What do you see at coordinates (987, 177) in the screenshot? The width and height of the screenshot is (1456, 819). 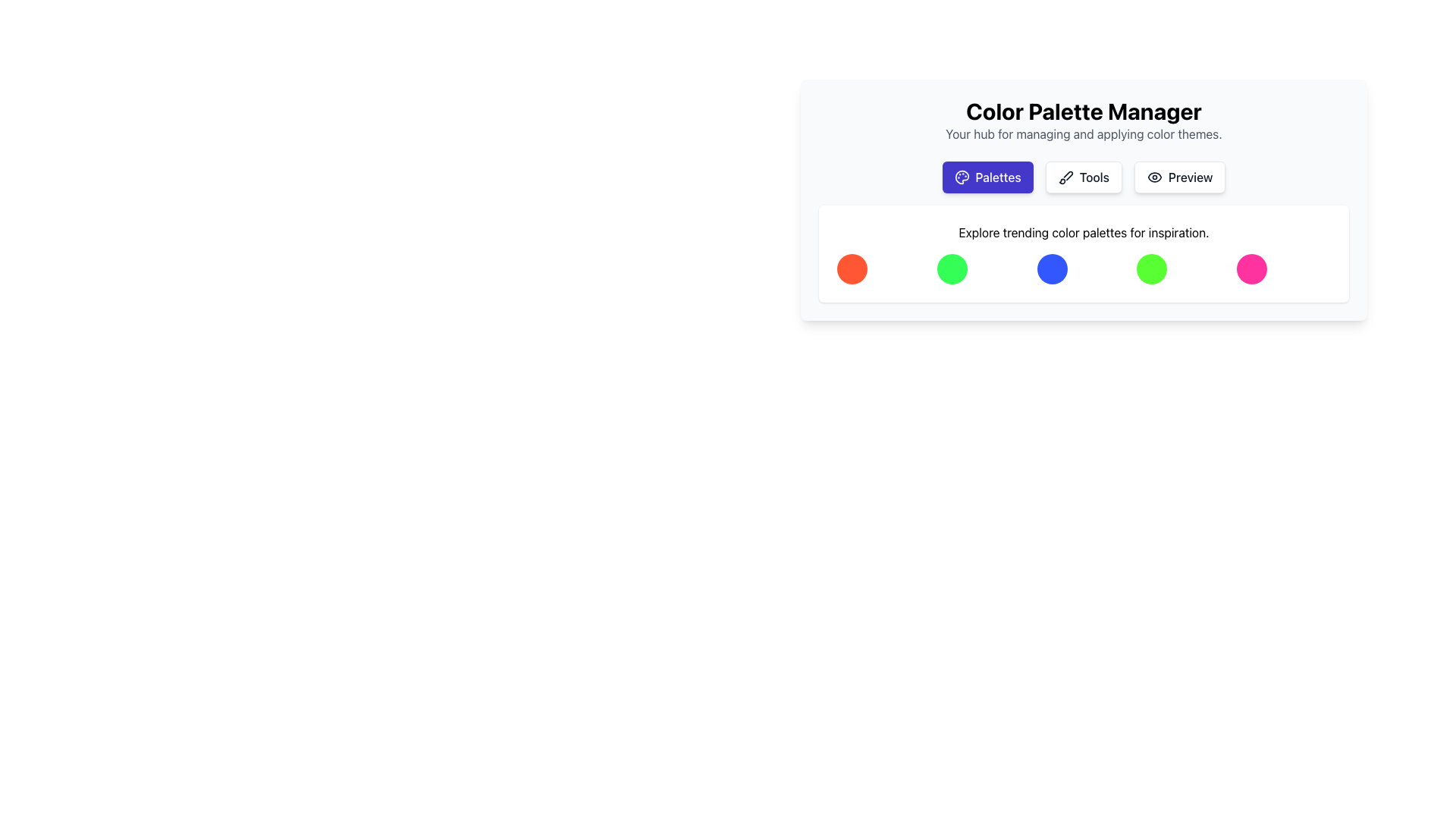 I see `the first button in the Color Palette Manager section that allows users to manage or view color palettes` at bounding box center [987, 177].